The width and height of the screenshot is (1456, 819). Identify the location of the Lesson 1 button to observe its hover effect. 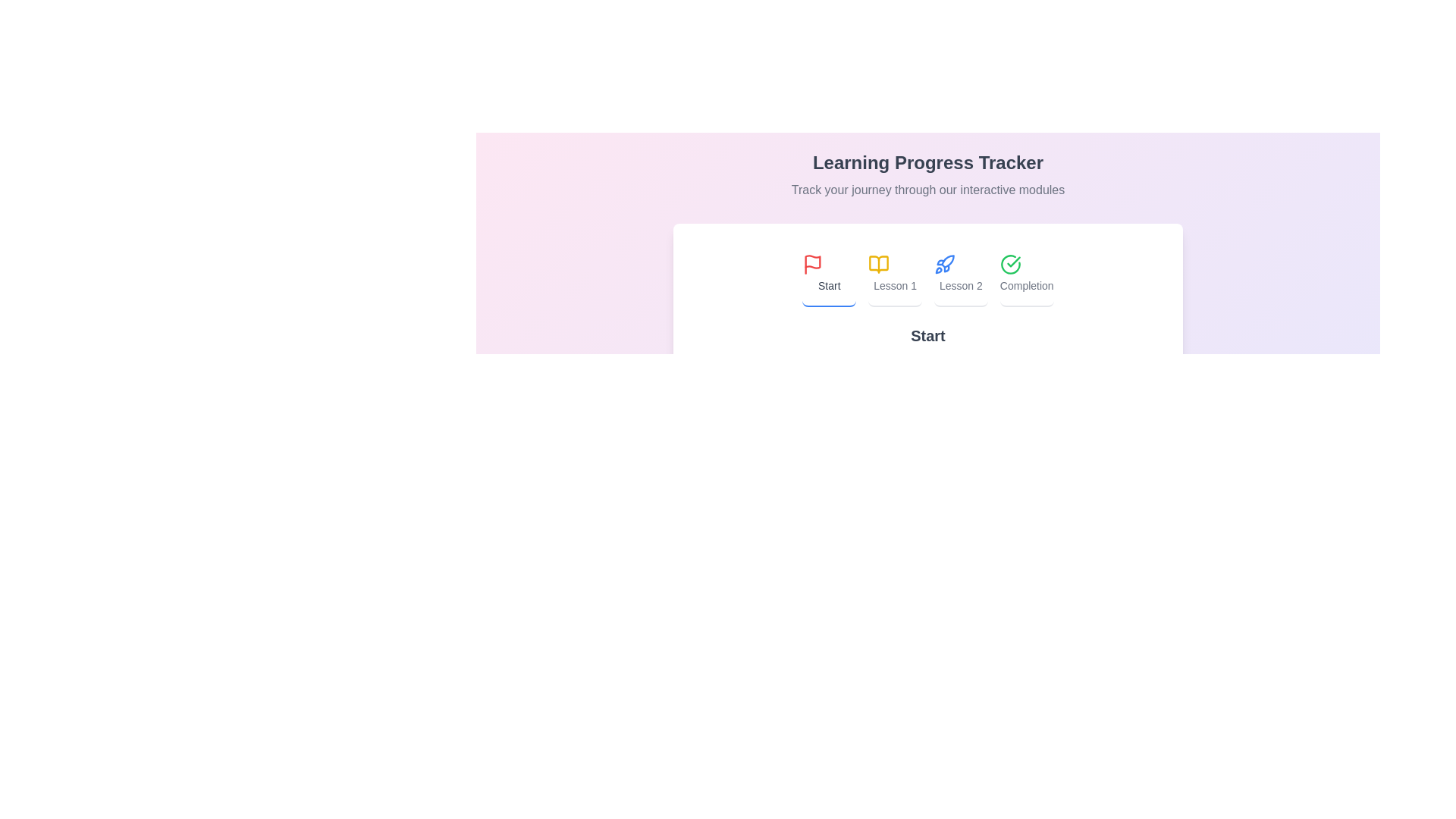
(895, 275).